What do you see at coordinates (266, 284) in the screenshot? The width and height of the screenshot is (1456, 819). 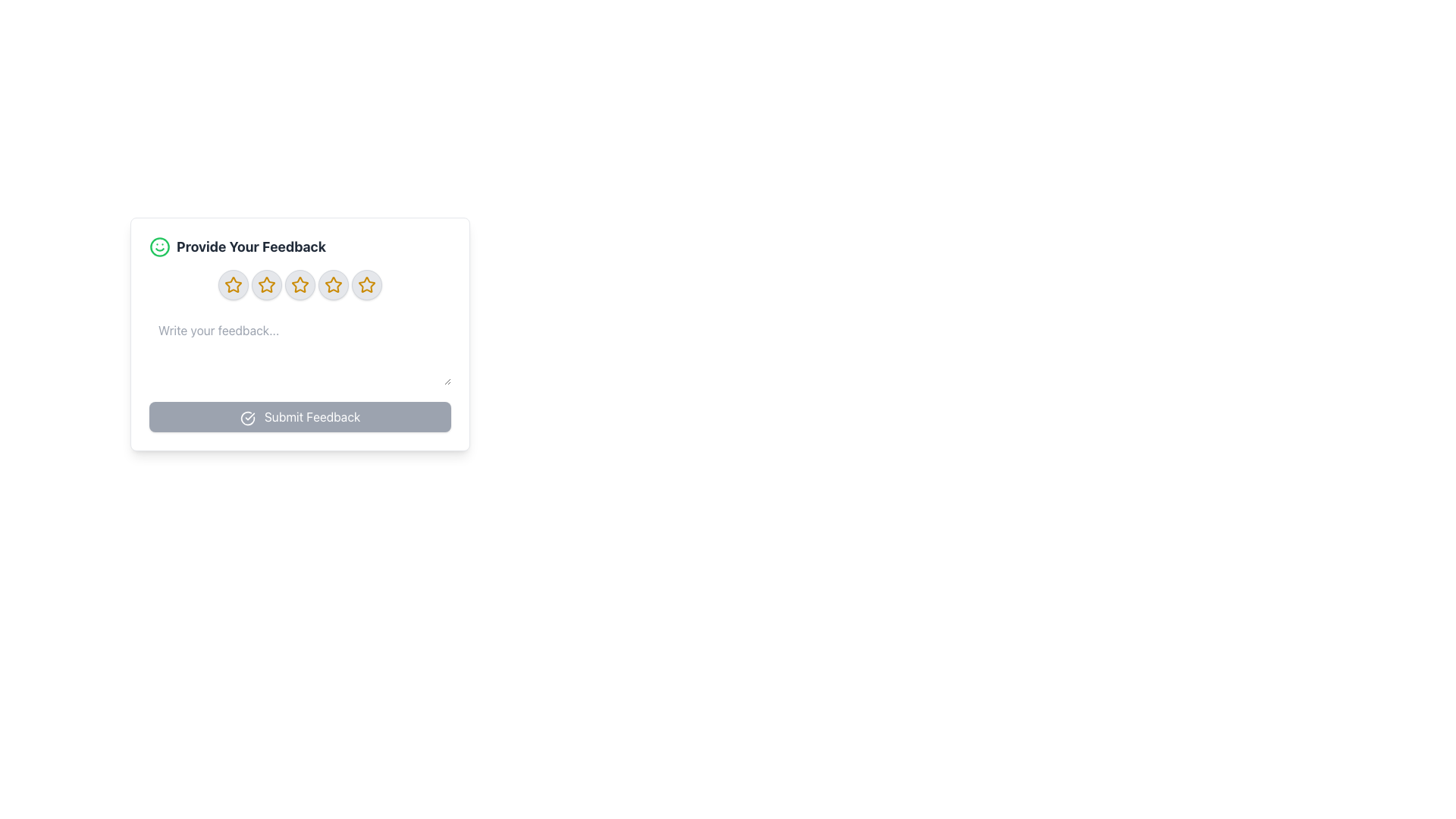 I see `the circular button with a yellow star icon, which is the second star in a horizontal sequence of five star-shaped buttons` at bounding box center [266, 284].